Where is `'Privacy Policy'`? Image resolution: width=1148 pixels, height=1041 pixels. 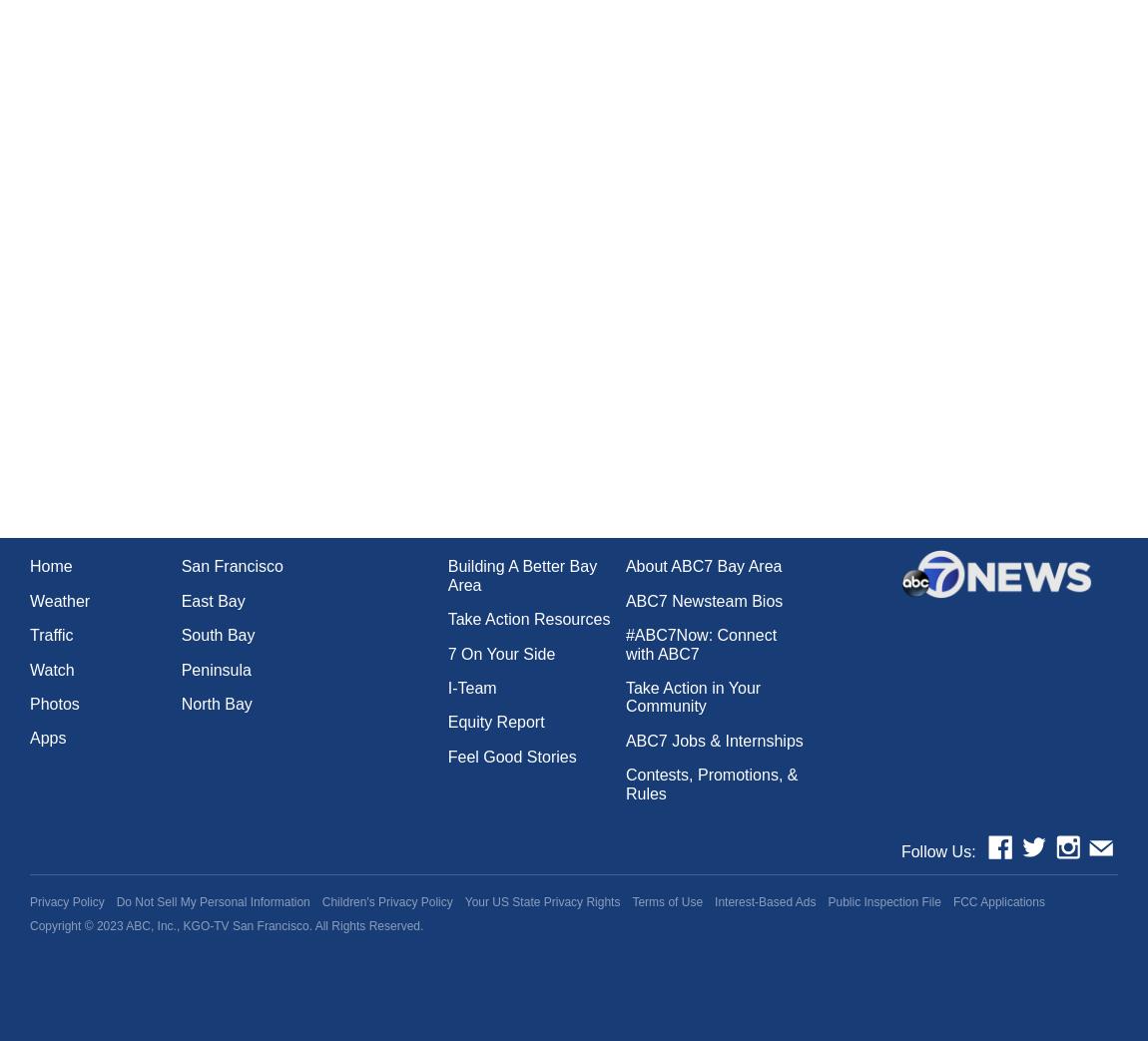 'Privacy Policy' is located at coordinates (66, 900).